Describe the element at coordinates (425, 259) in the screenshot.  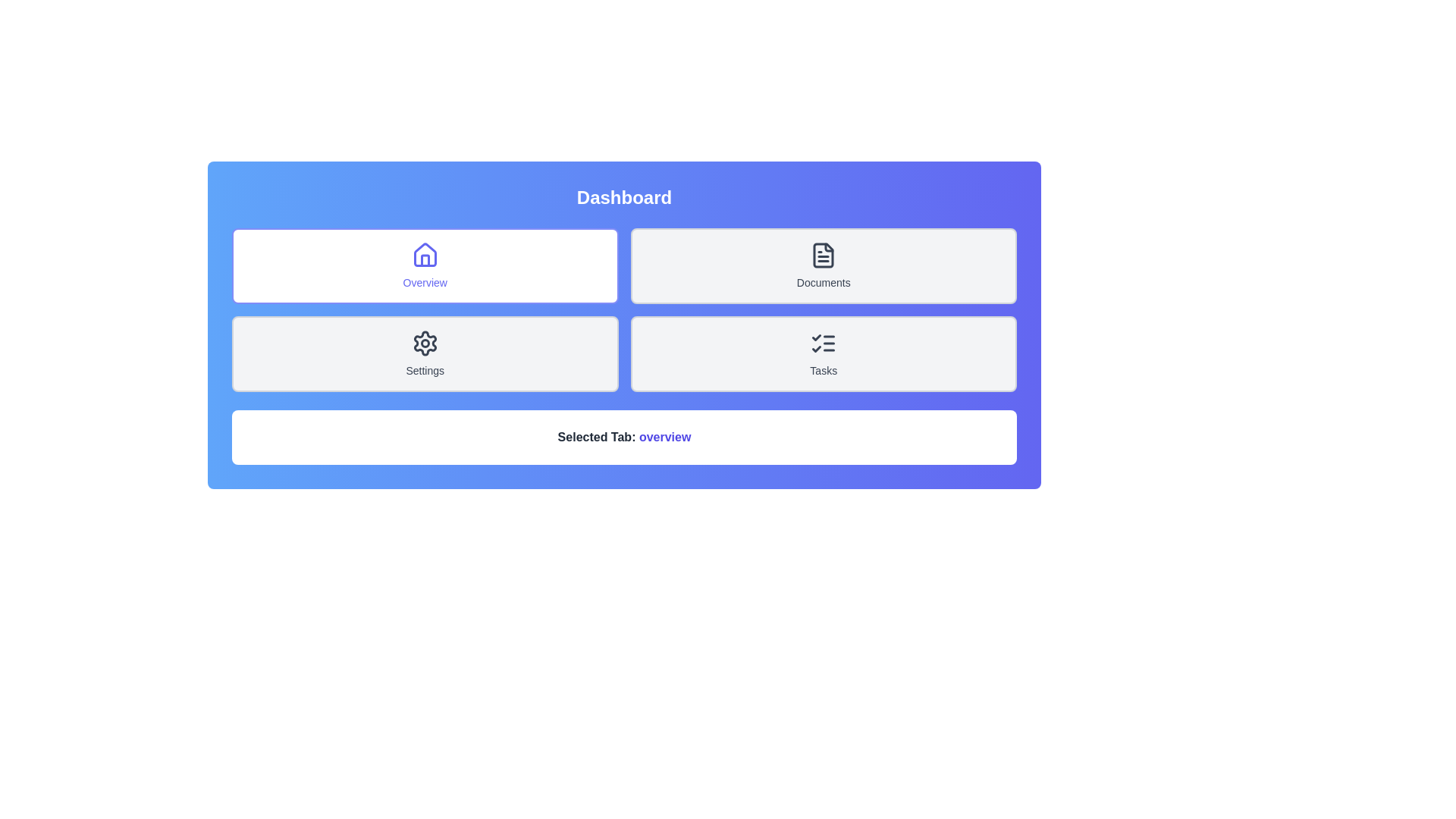
I see `the visual details of the house icon located at the center of the top-left corner of the interface, which is associated with the 'Overview' section` at that location.